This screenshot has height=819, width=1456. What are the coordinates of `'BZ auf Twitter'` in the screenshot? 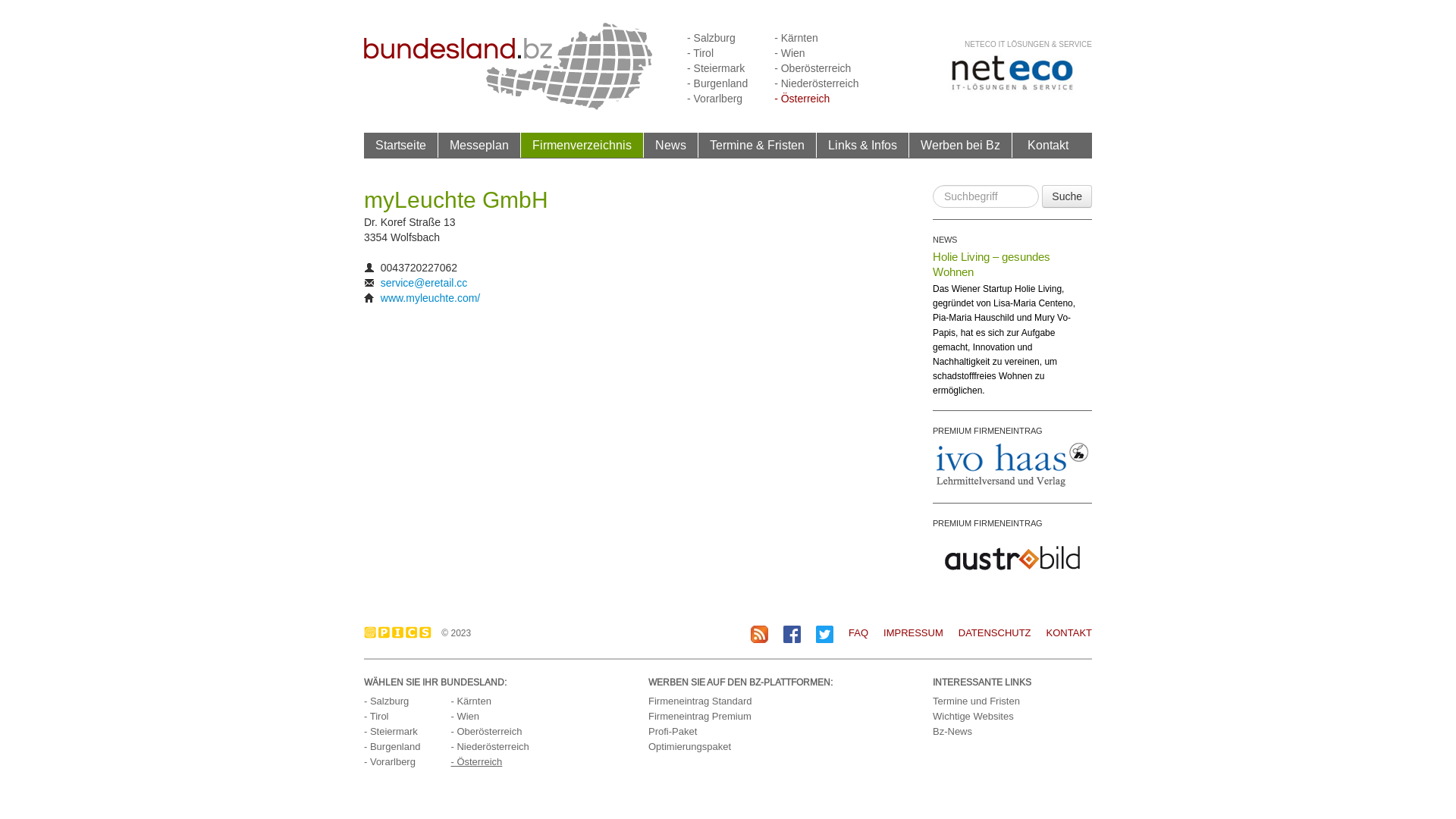 It's located at (814, 632).